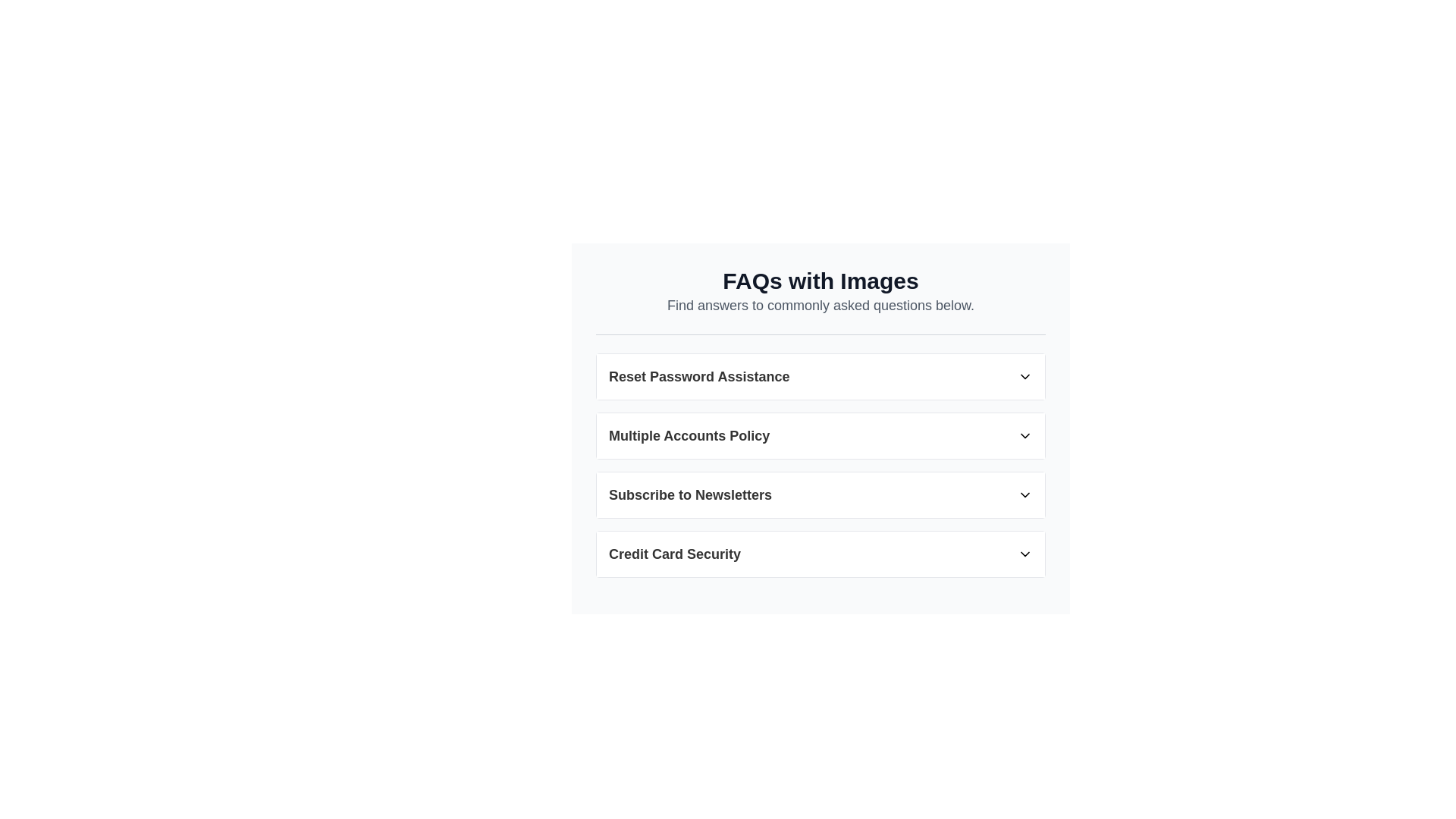 This screenshot has width=1456, height=819. I want to click on text block located directly beneath the 'FAQs with Images' heading, which serves as an introductory note for users, so click(820, 305).